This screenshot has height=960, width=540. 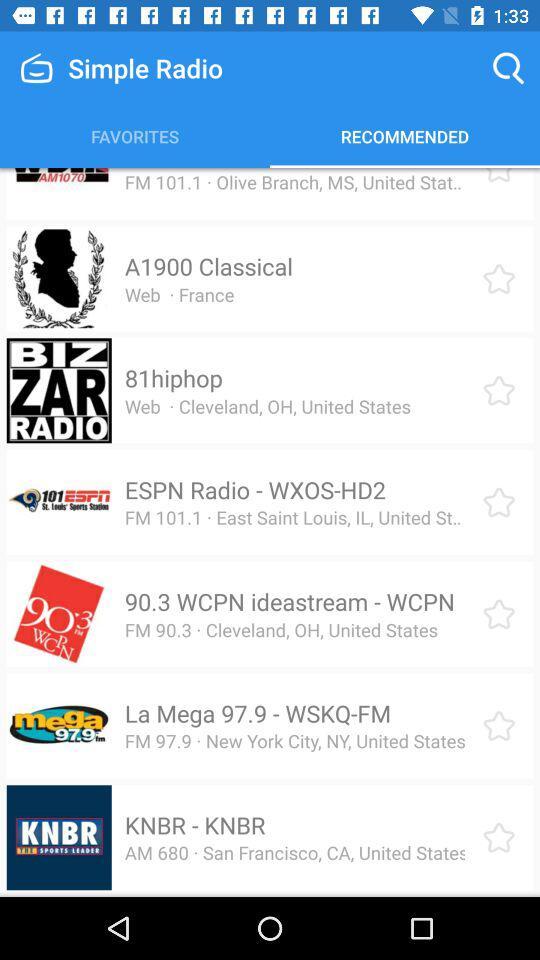 I want to click on la mega 97 icon, so click(x=258, y=713).